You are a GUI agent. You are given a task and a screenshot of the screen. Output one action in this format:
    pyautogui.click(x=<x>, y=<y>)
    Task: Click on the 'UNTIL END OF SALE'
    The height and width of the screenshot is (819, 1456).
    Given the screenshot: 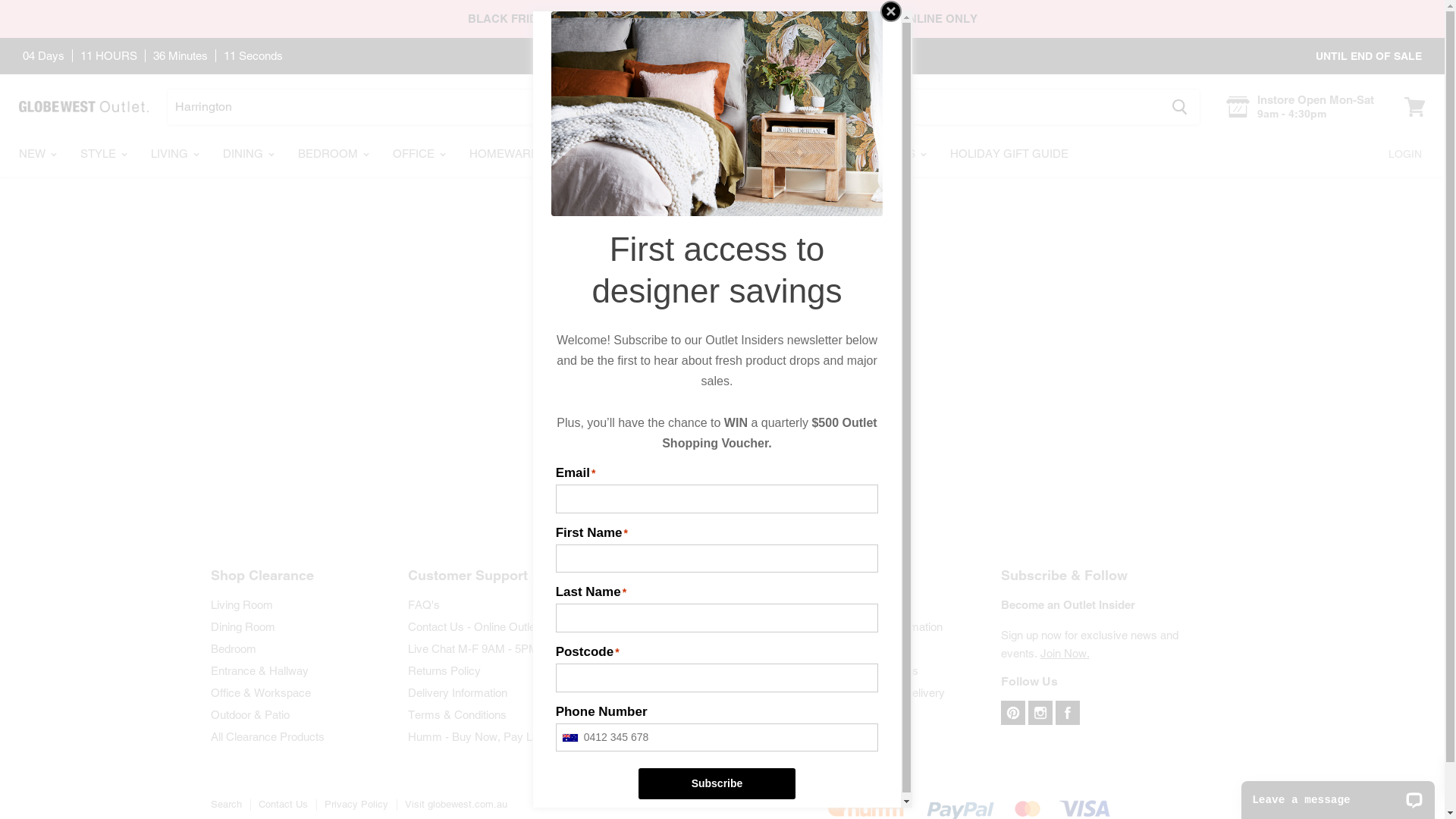 What is the action you would take?
    pyautogui.click(x=1368, y=55)
    